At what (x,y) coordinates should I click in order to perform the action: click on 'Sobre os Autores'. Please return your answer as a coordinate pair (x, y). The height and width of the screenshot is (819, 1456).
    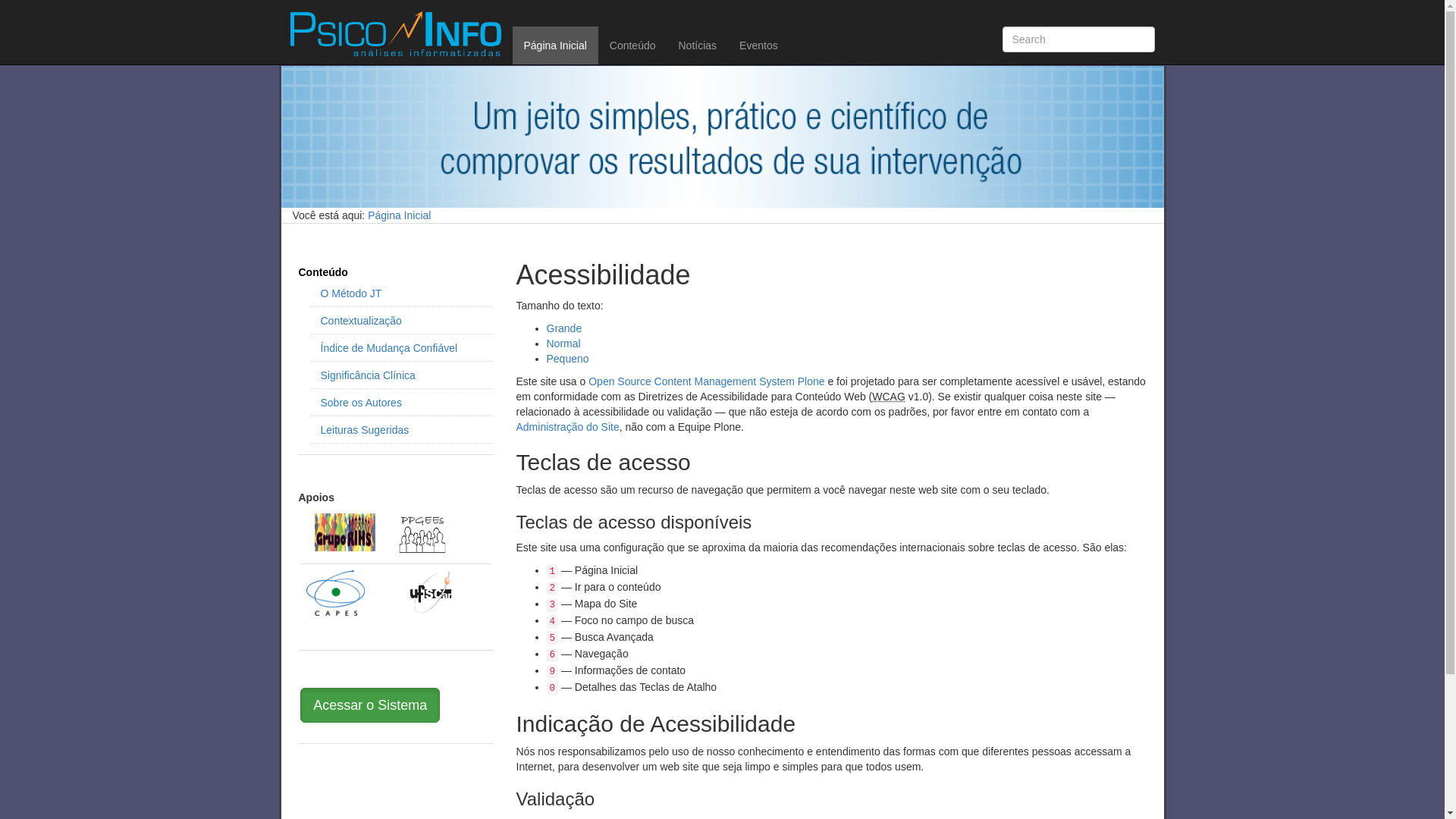
    Looking at the image, I should click on (319, 402).